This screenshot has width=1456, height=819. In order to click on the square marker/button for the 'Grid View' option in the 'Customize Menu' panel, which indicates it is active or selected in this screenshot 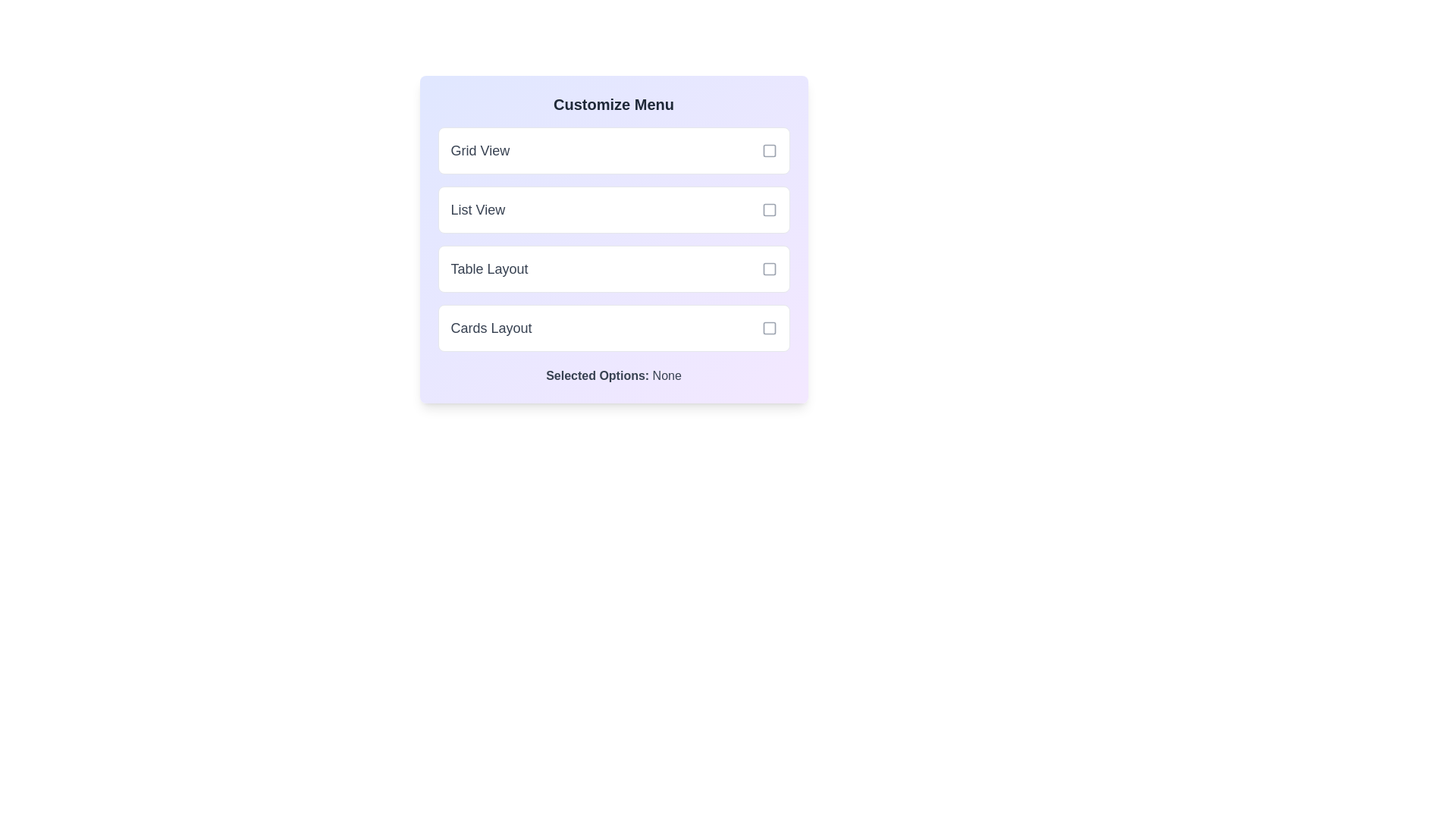, I will do `click(769, 151)`.